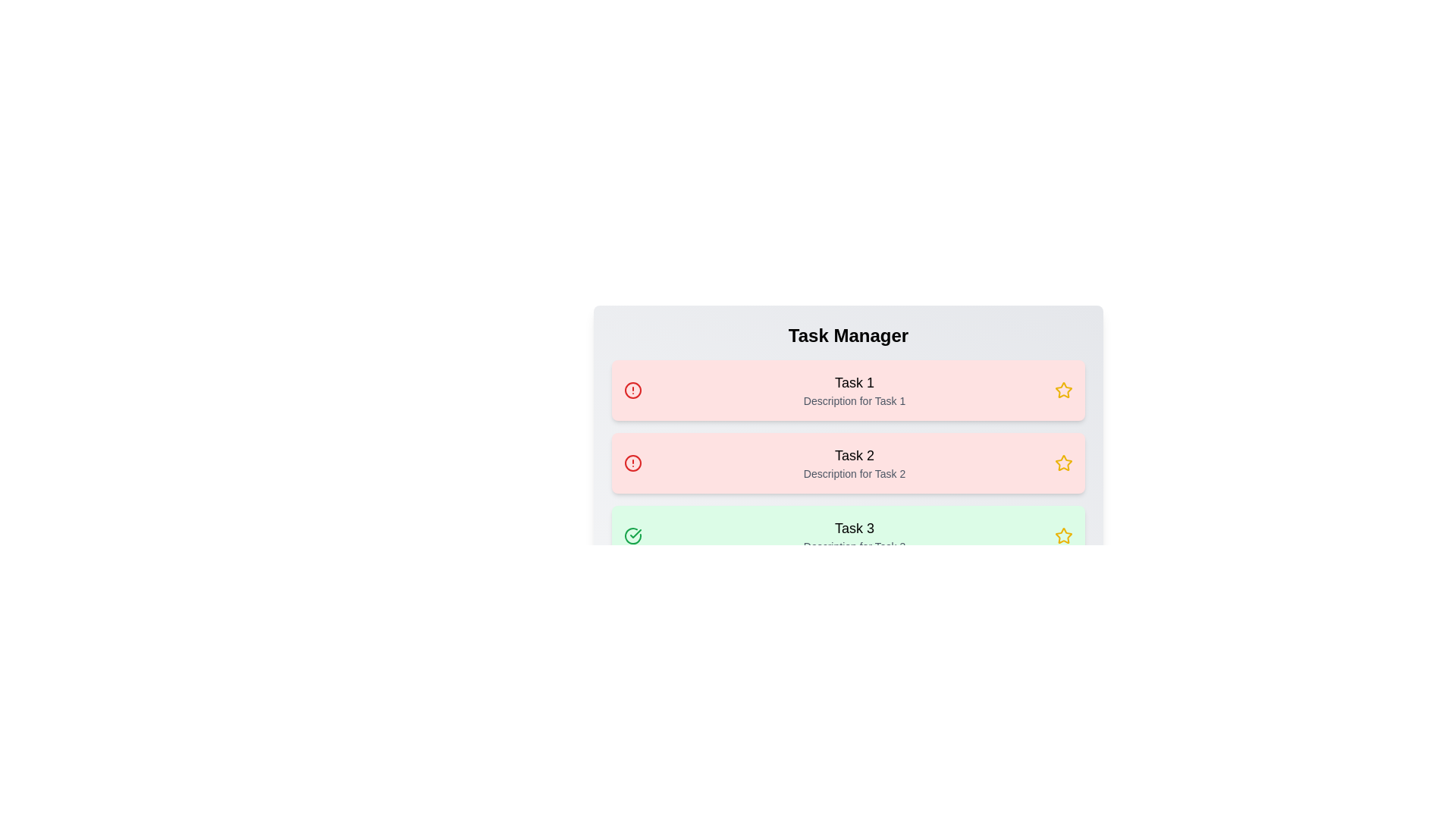 The image size is (1456, 819). What do you see at coordinates (1062, 462) in the screenshot?
I see `the star icon corresponding to 2 to mark it as a favorite` at bounding box center [1062, 462].